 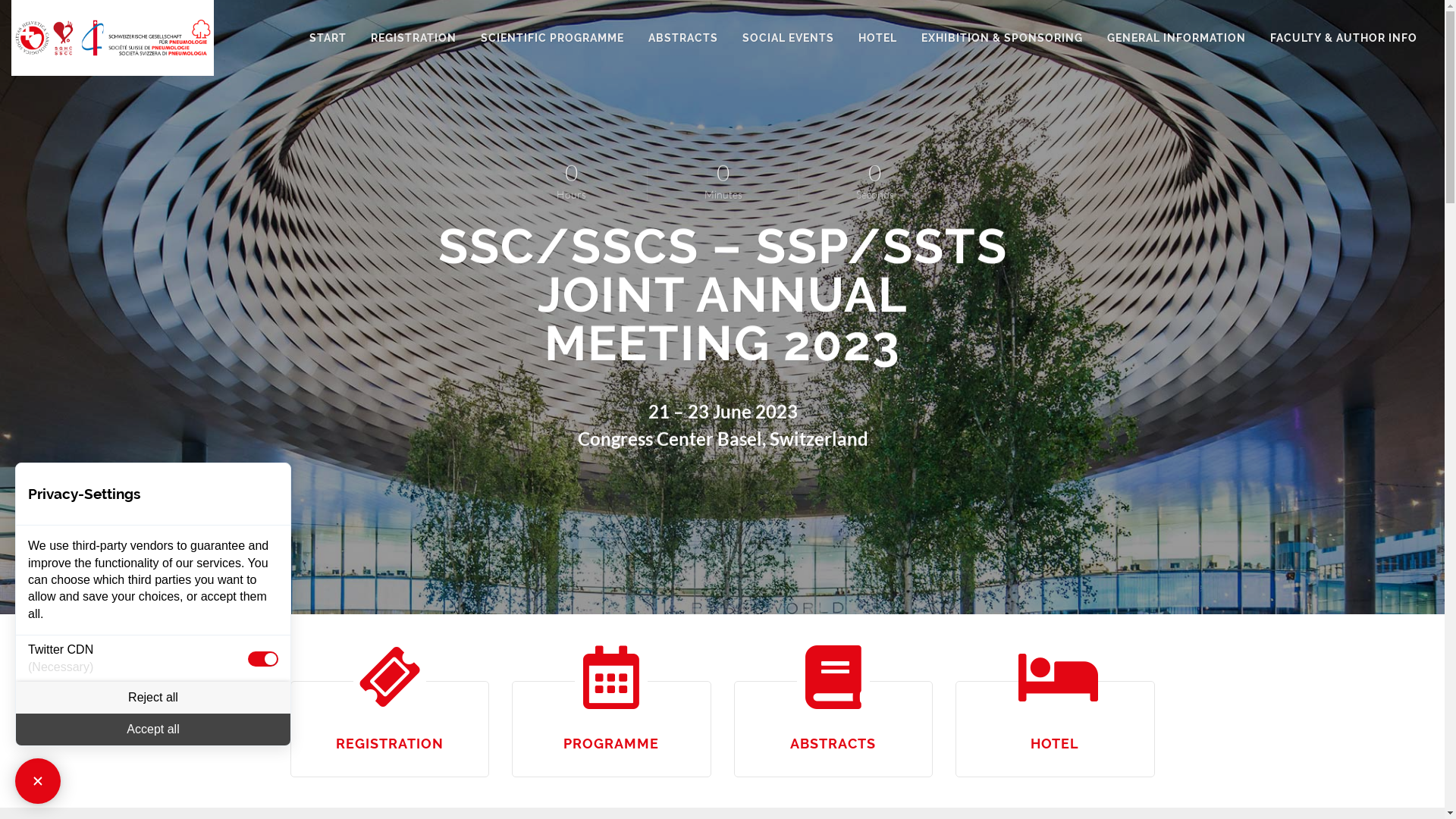 What do you see at coordinates (1030, 742) in the screenshot?
I see `'HOTEL'` at bounding box center [1030, 742].